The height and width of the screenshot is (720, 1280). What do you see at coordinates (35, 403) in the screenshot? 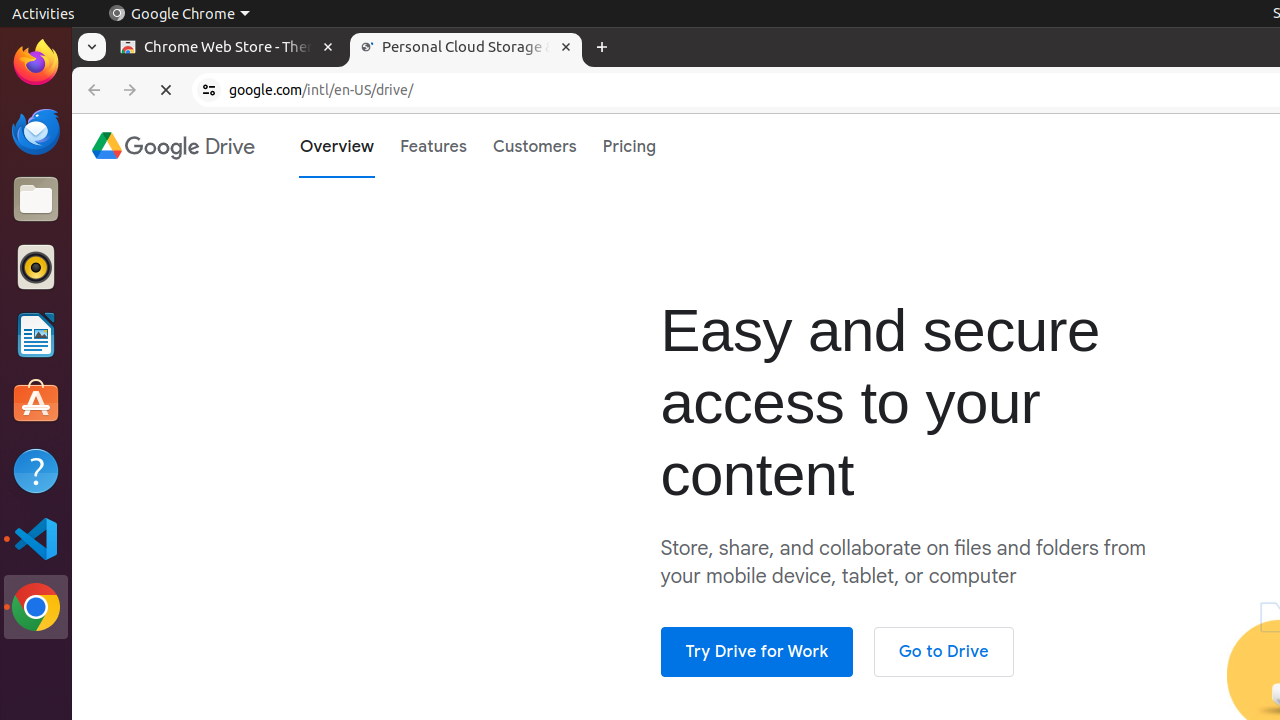
I see `'Ubuntu Software'` at bounding box center [35, 403].